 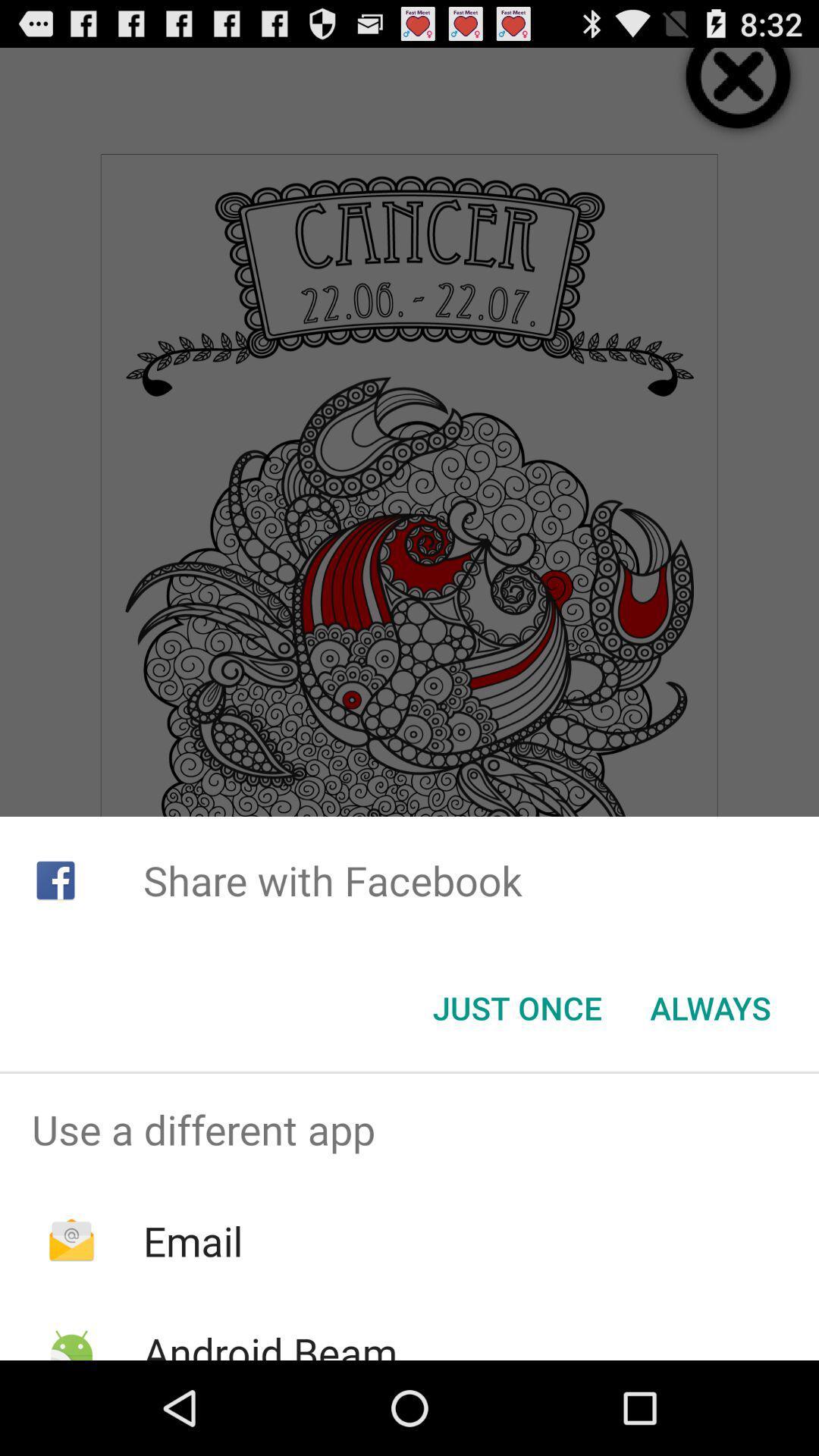 What do you see at coordinates (192, 1241) in the screenshot?
I see `item above android beam item` at bounding box center [192, 1241].